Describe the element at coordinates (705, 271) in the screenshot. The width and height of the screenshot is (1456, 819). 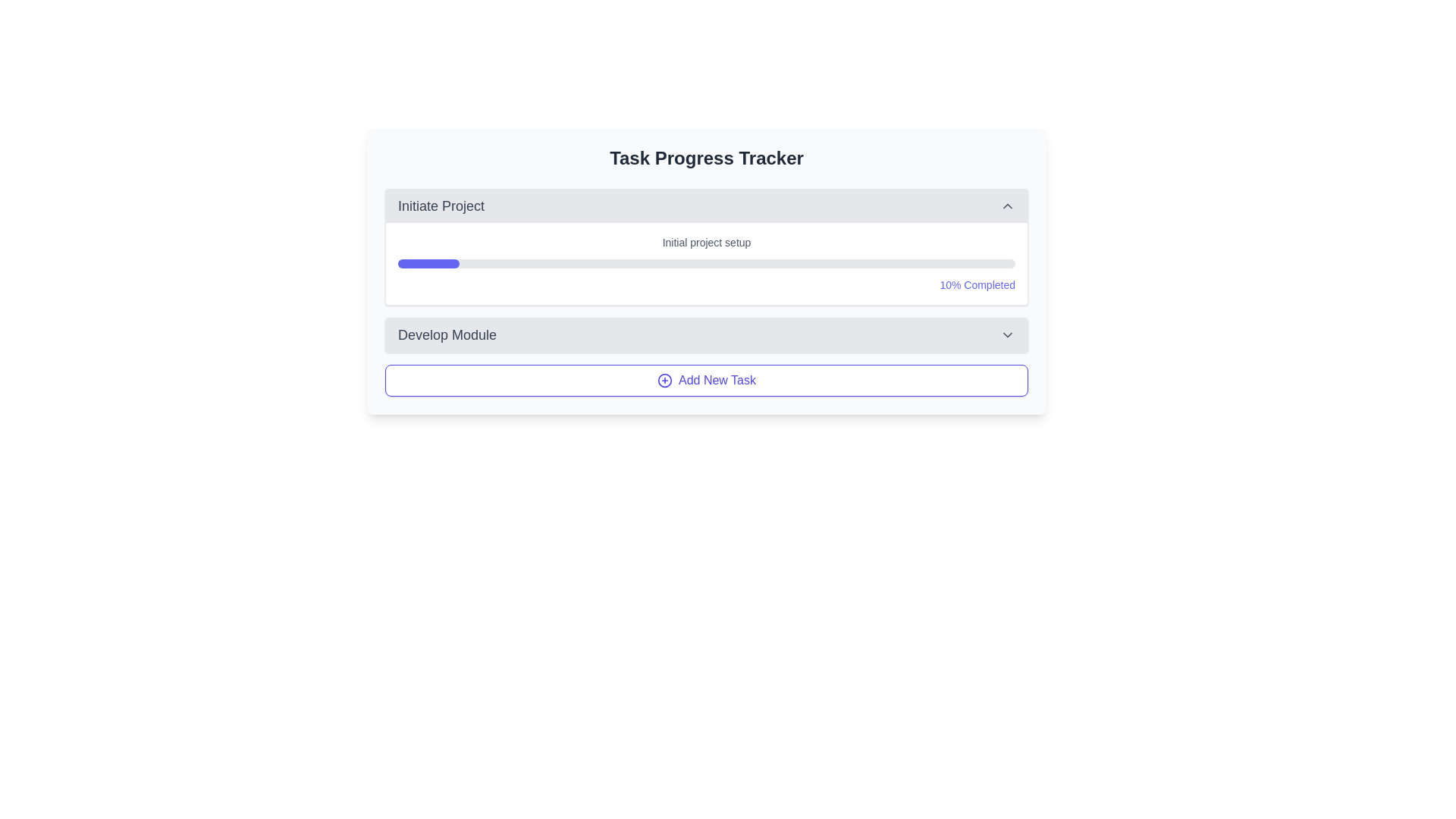
I see `the progress bar within the Card component that displays task tracking information` at that location.